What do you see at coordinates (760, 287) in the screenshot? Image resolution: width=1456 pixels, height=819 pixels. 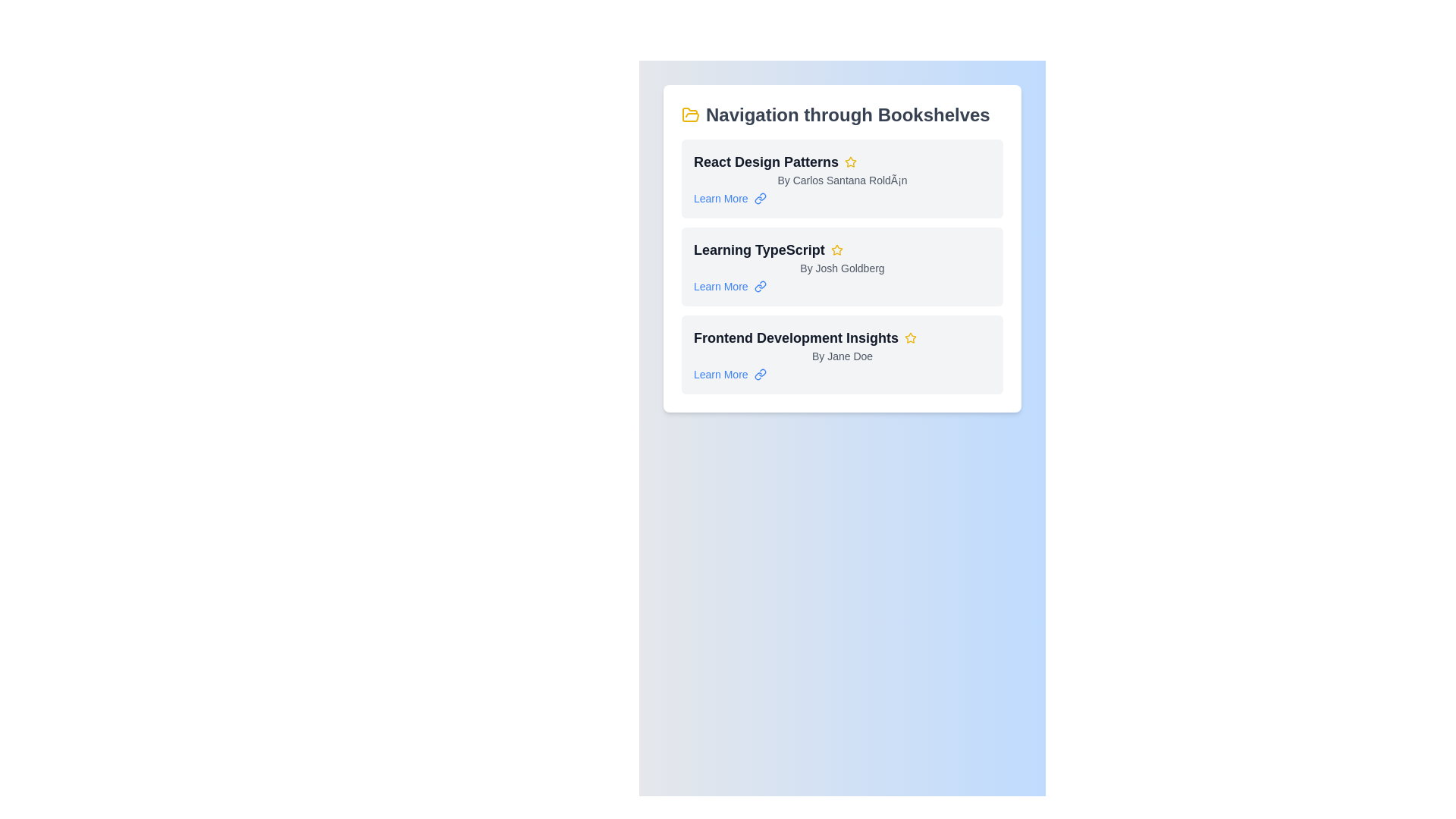 I see `the chain link icon located at the end of the 'Learn More' link` at bounding box center [760, 287].